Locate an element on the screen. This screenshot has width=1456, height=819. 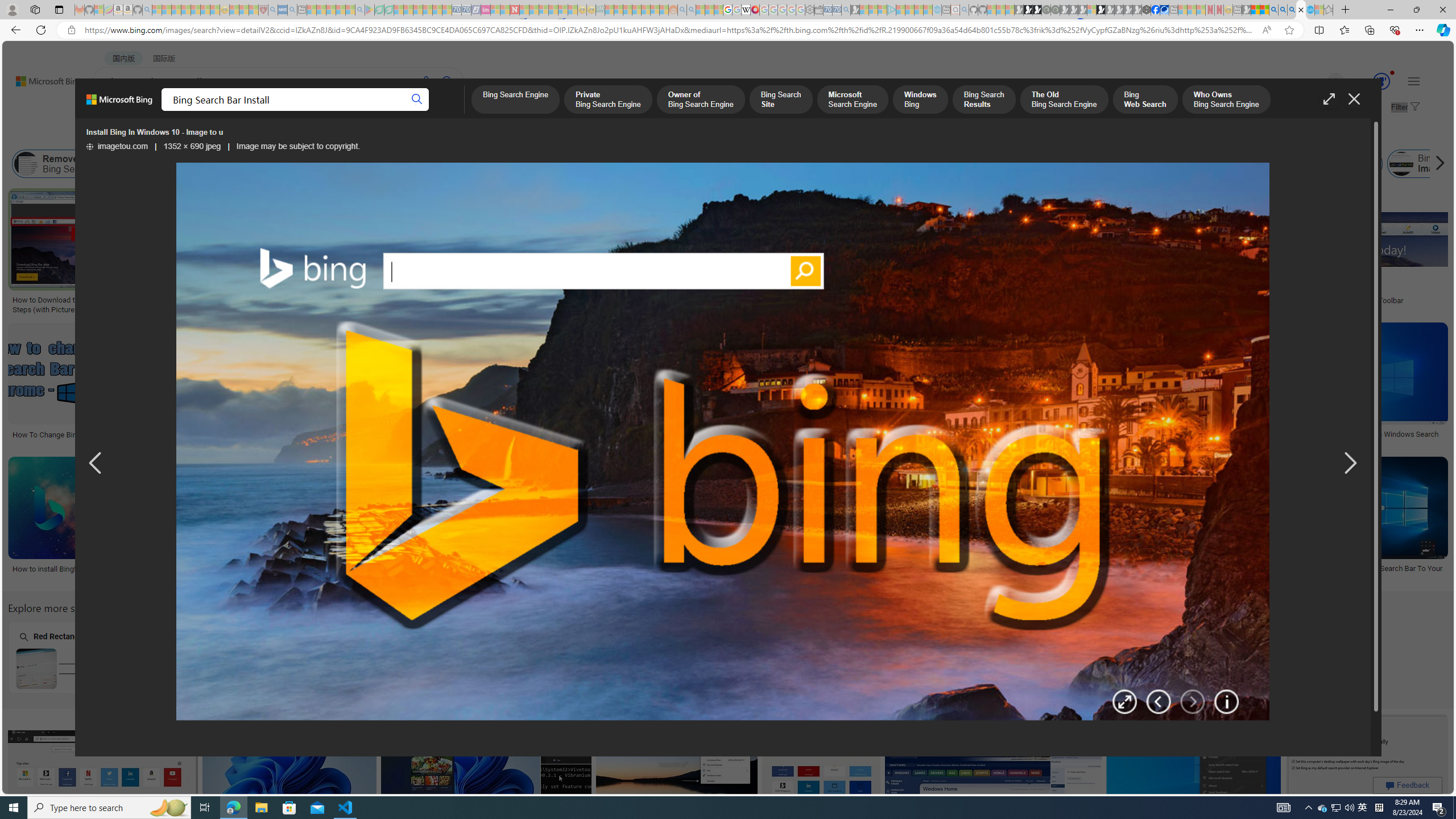
'DICT' is located at coordinates (407, 111).